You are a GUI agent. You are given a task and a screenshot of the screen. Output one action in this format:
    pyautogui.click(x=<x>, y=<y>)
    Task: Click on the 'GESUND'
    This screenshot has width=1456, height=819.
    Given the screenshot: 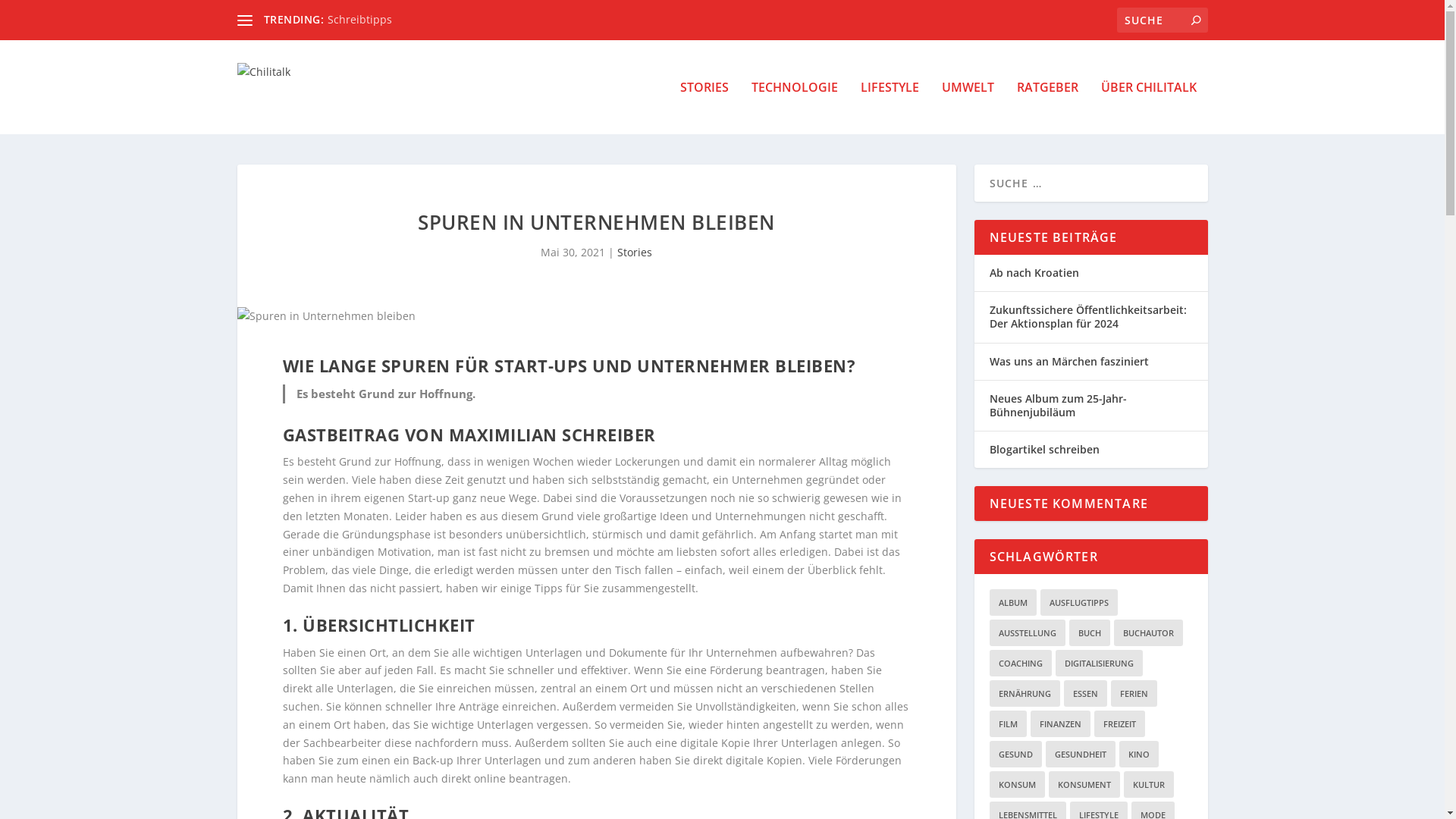 What is the action you would take?
    pyautogui.click(x=1015, y=754)
    